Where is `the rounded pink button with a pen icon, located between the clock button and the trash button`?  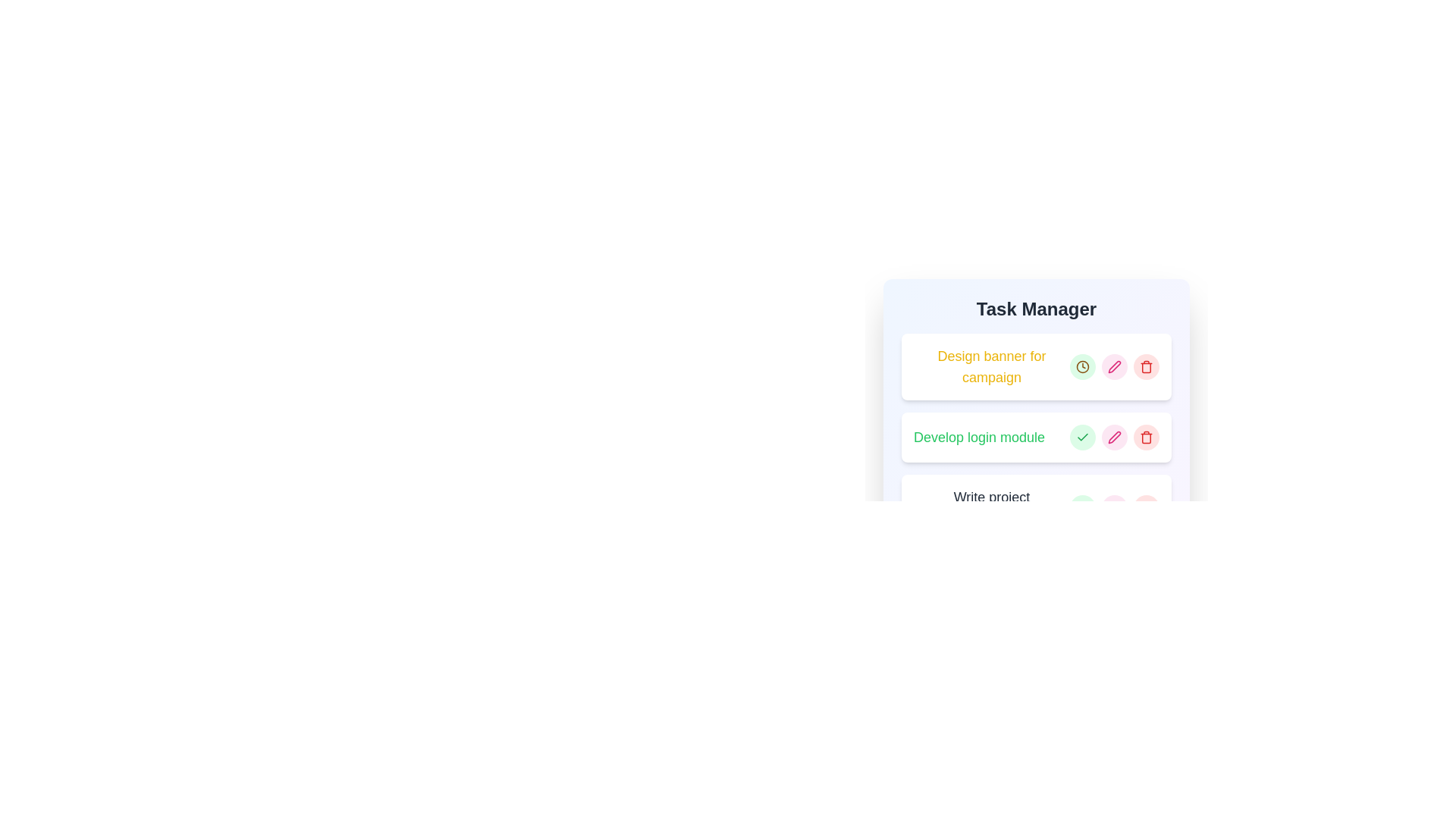 the rounded pink button with a pen icon, located between the clock button and the trash button is located at coordinates (1114, 366).